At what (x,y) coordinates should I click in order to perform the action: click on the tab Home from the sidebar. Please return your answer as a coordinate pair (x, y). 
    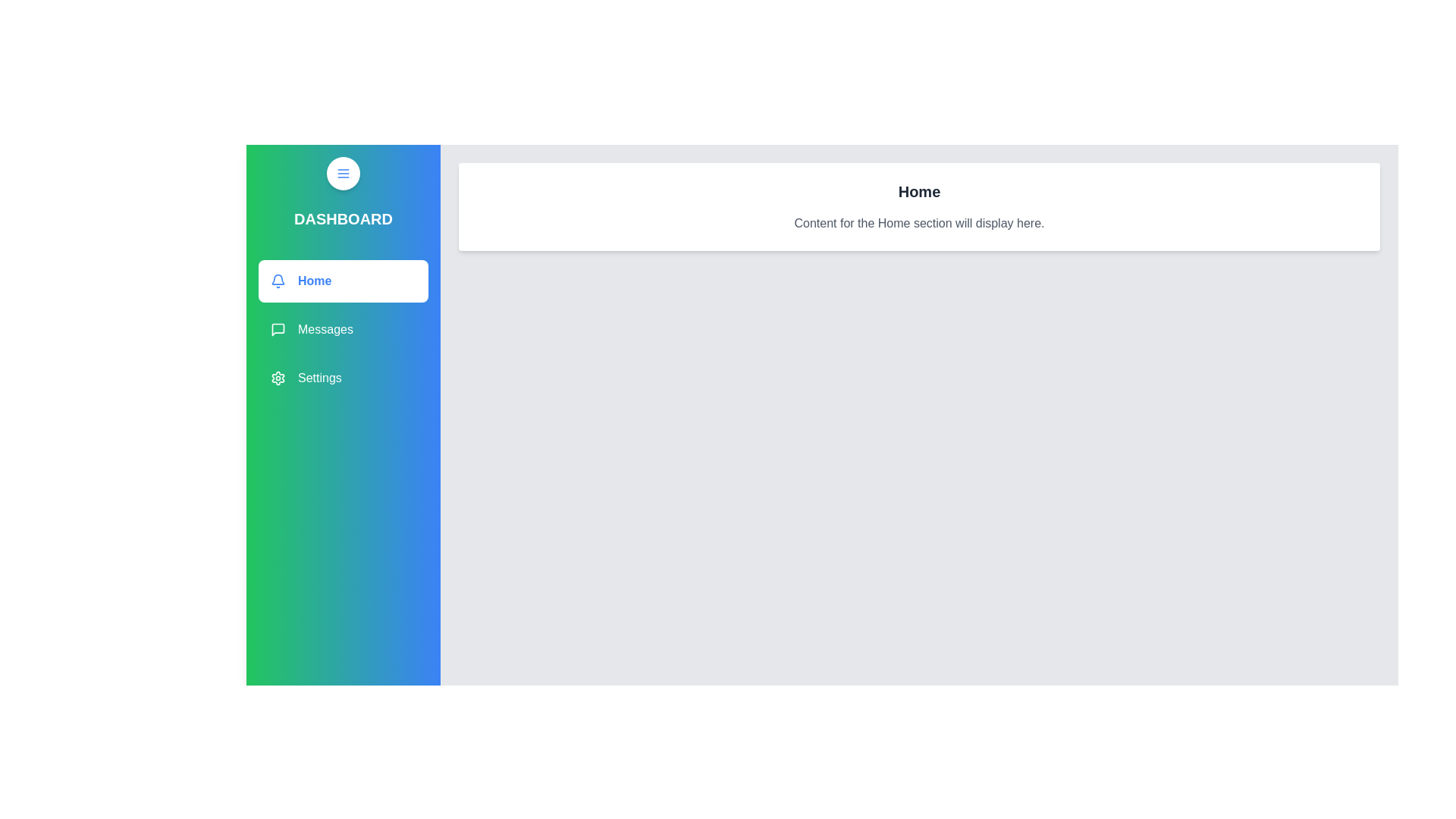
    Looking at the image, I should click on (342, 281).